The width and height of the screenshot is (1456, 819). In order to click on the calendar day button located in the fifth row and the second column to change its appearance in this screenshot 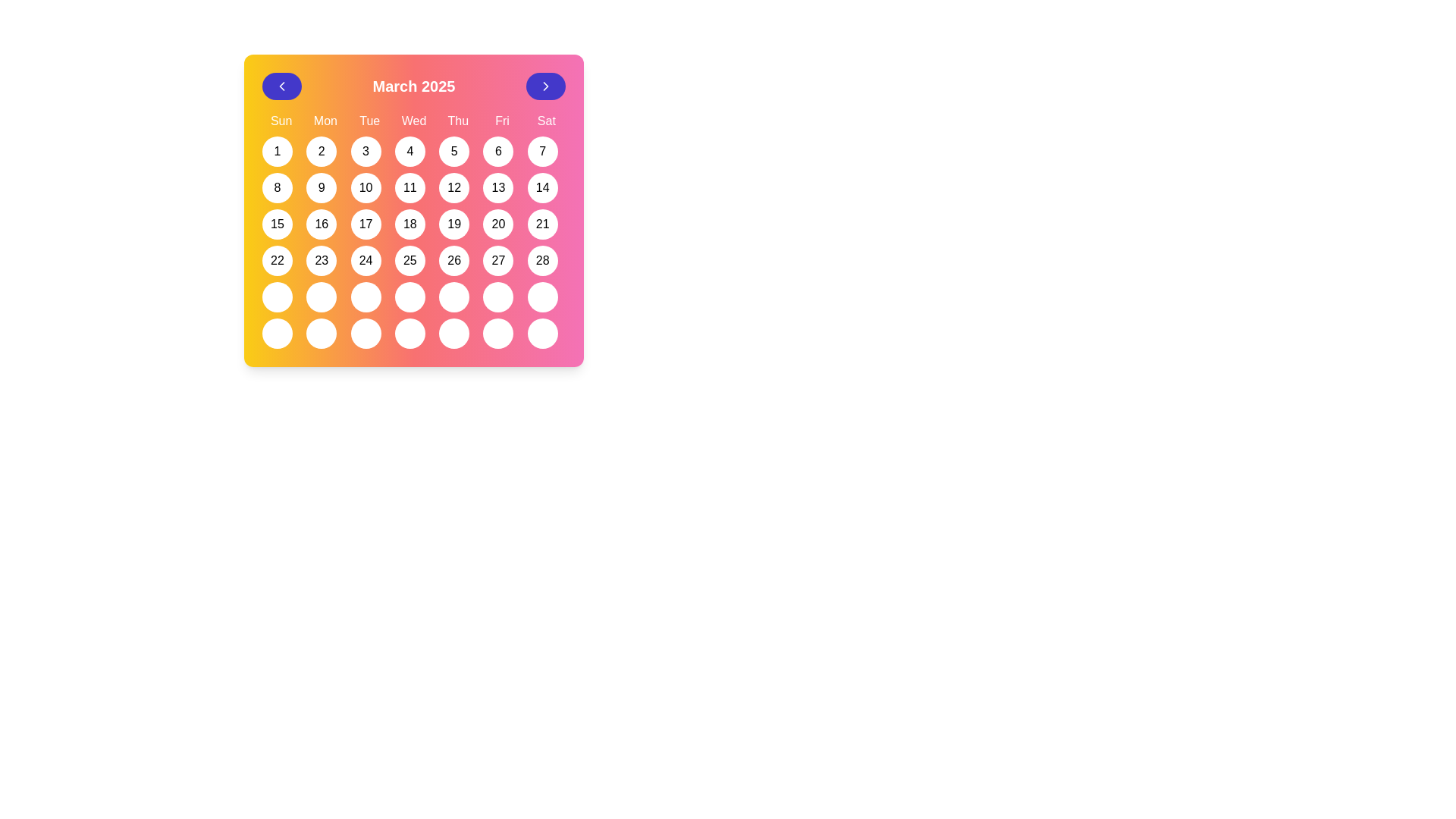, I will do `click(321, 297)`.